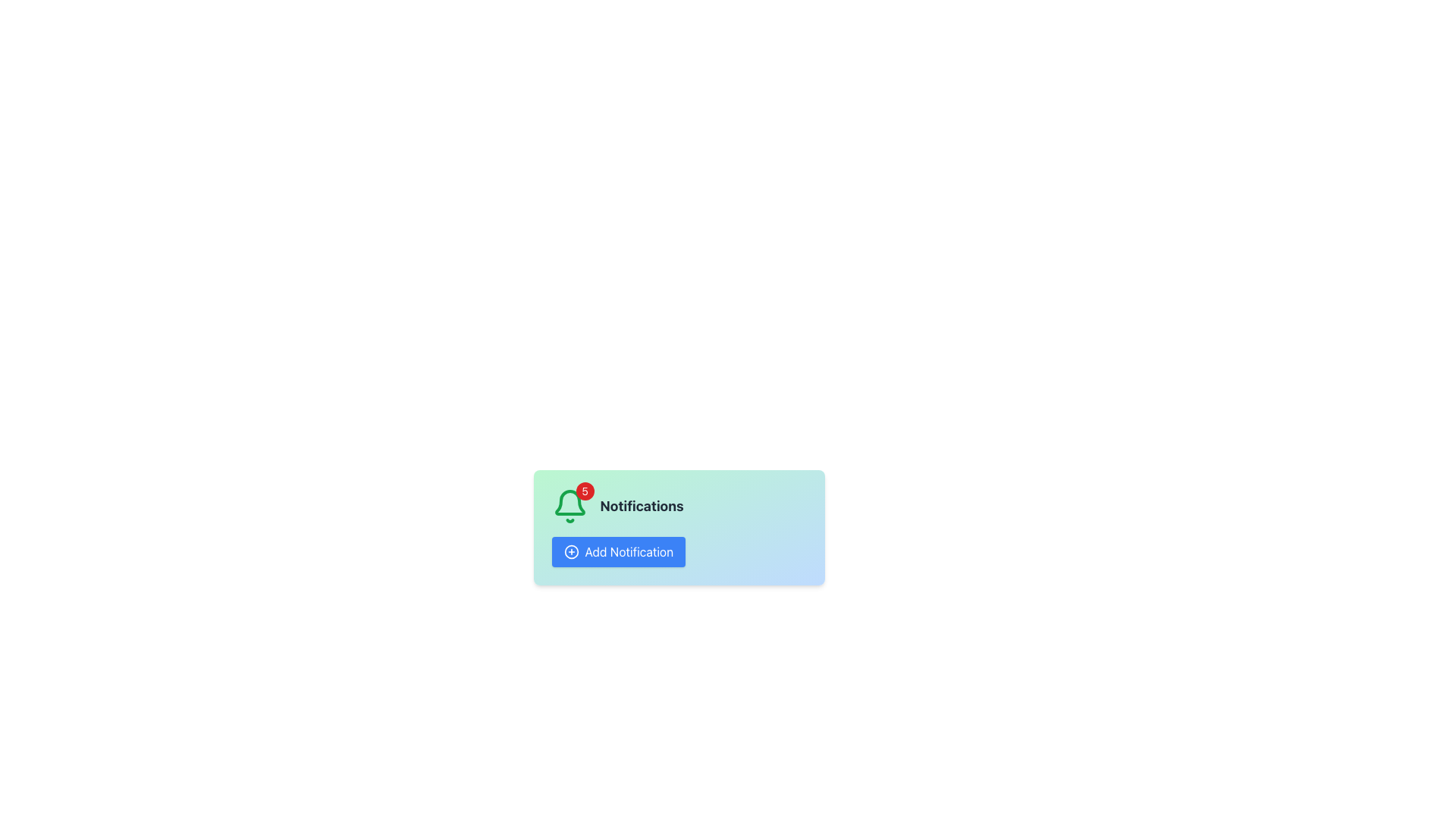 Image resolution: width=1456 pixels, height=819 pixels. I want to click on on the green bell icon with a red badge containing the number '5', so click(569, 506).